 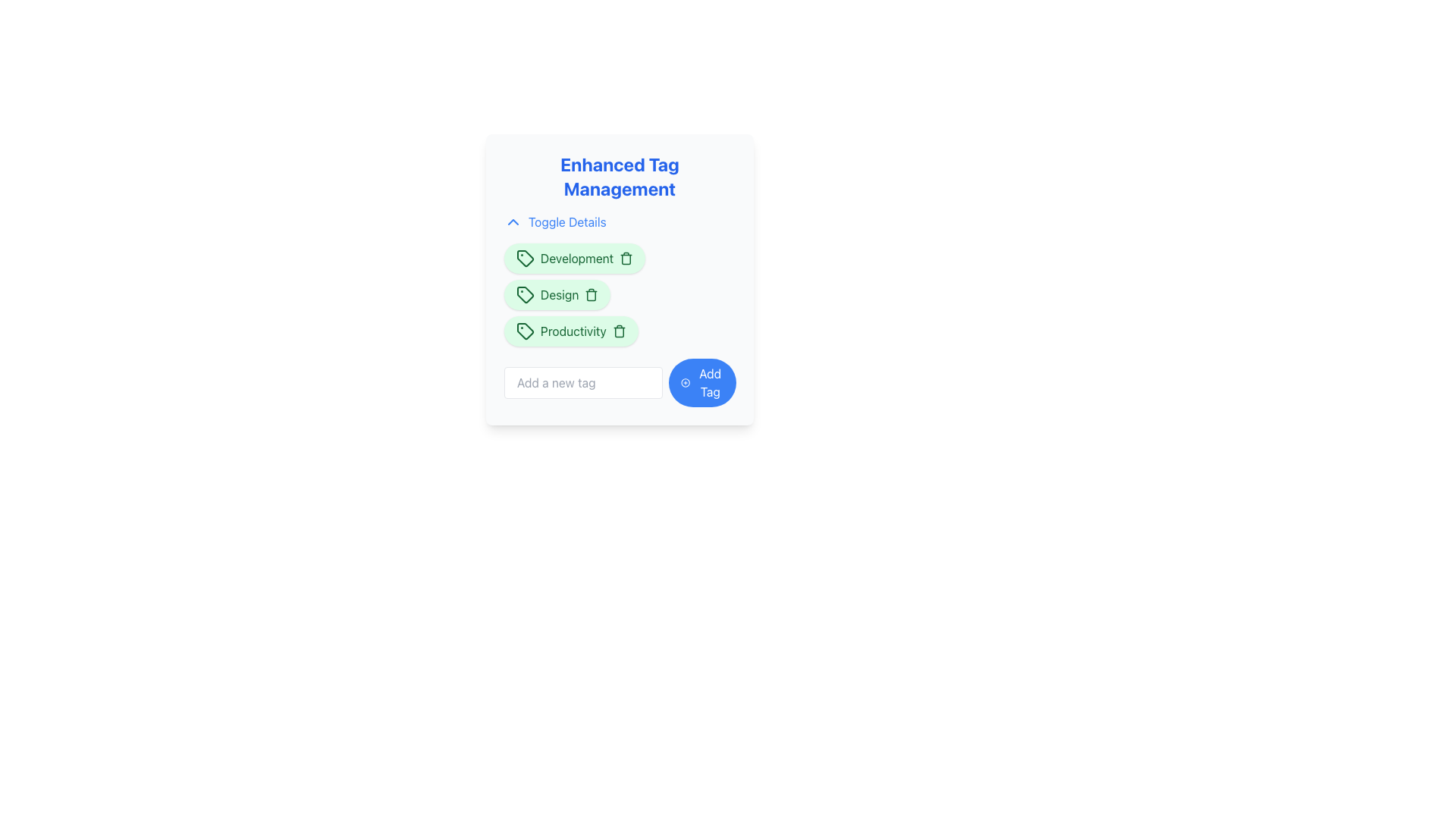 I want to click on the 'Productivity' tag icon, which visually represents the tag concept within the 'Productivity' label, located in a green background rectangle, so click(x=525, y=330).